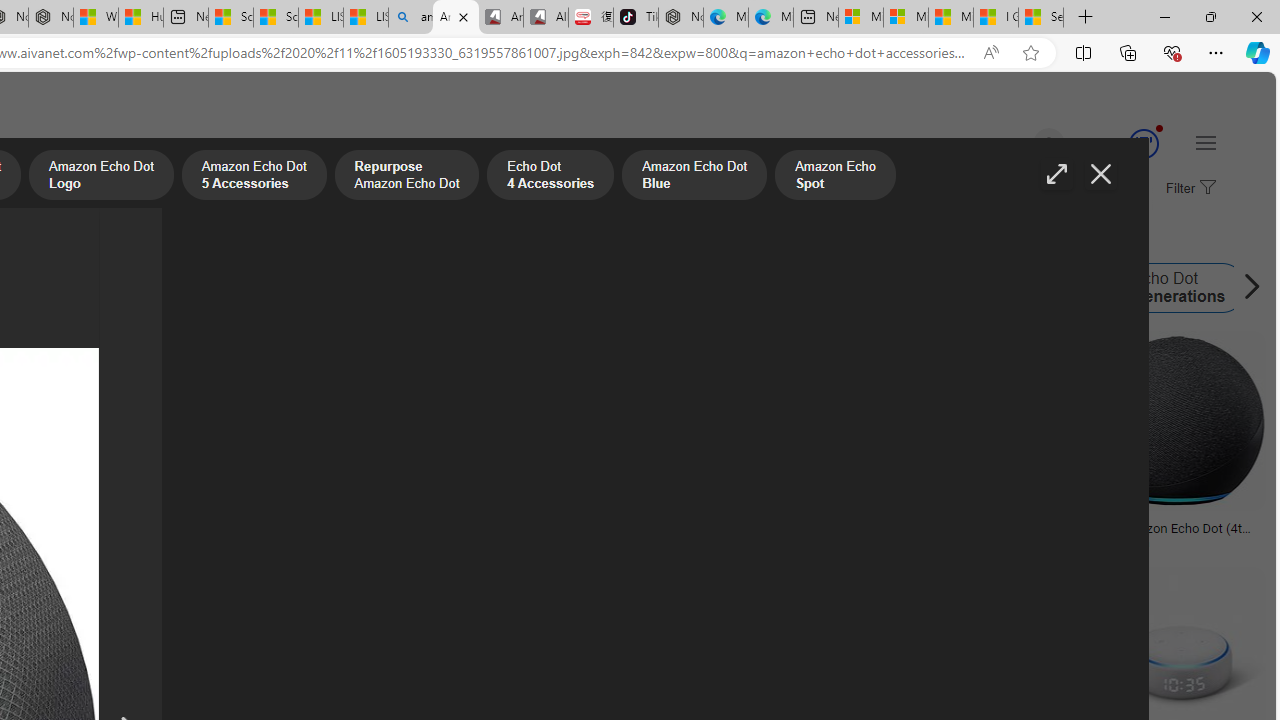 The width and height of the screenshot is (1280, 720). Describe the element at coordinates (905, 17) in the screenshot. I see `'Microsoft account | Privacy'` at that location.